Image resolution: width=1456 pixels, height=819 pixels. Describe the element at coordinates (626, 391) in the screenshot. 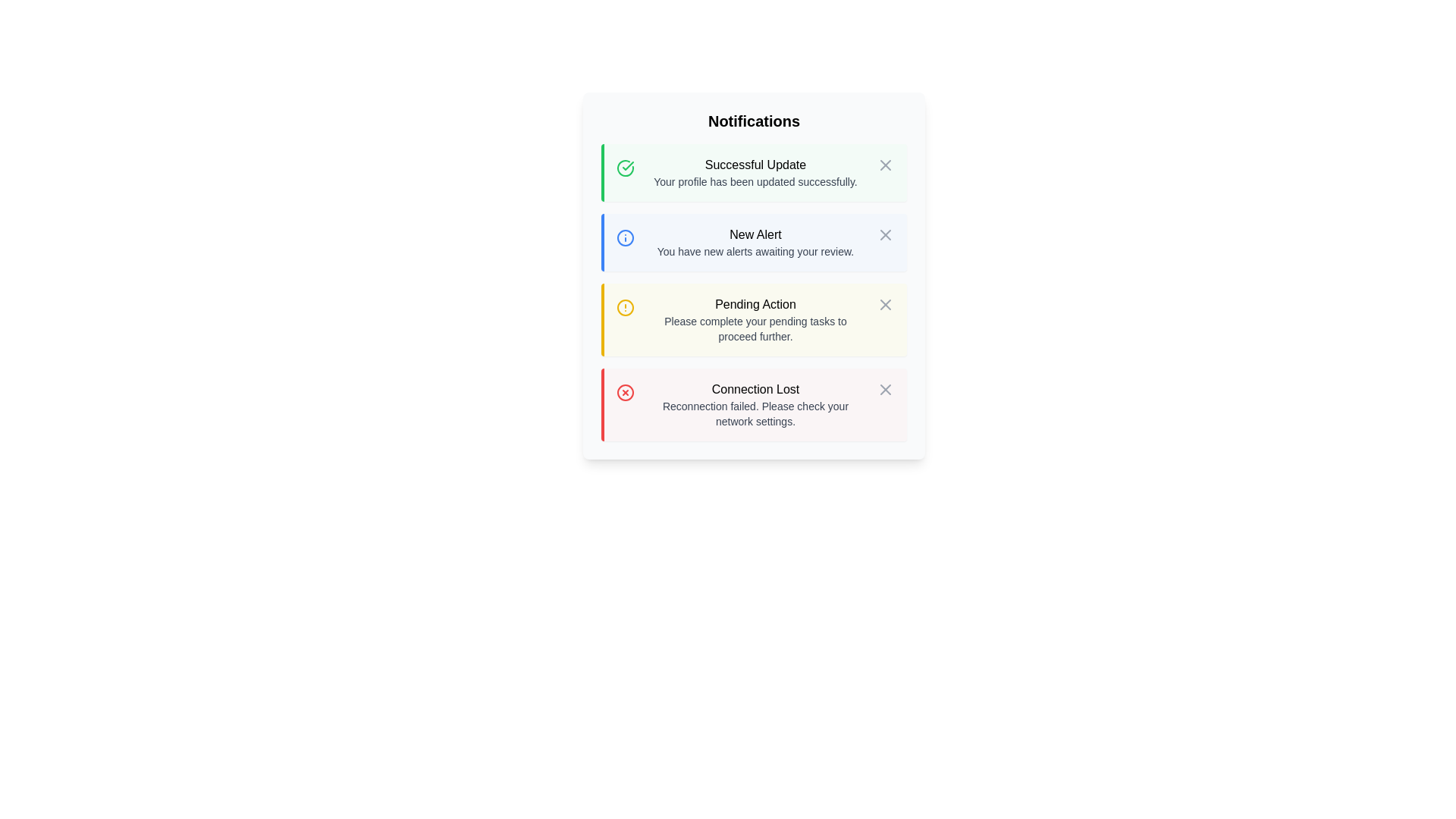

I see `the close icon button` at that location.